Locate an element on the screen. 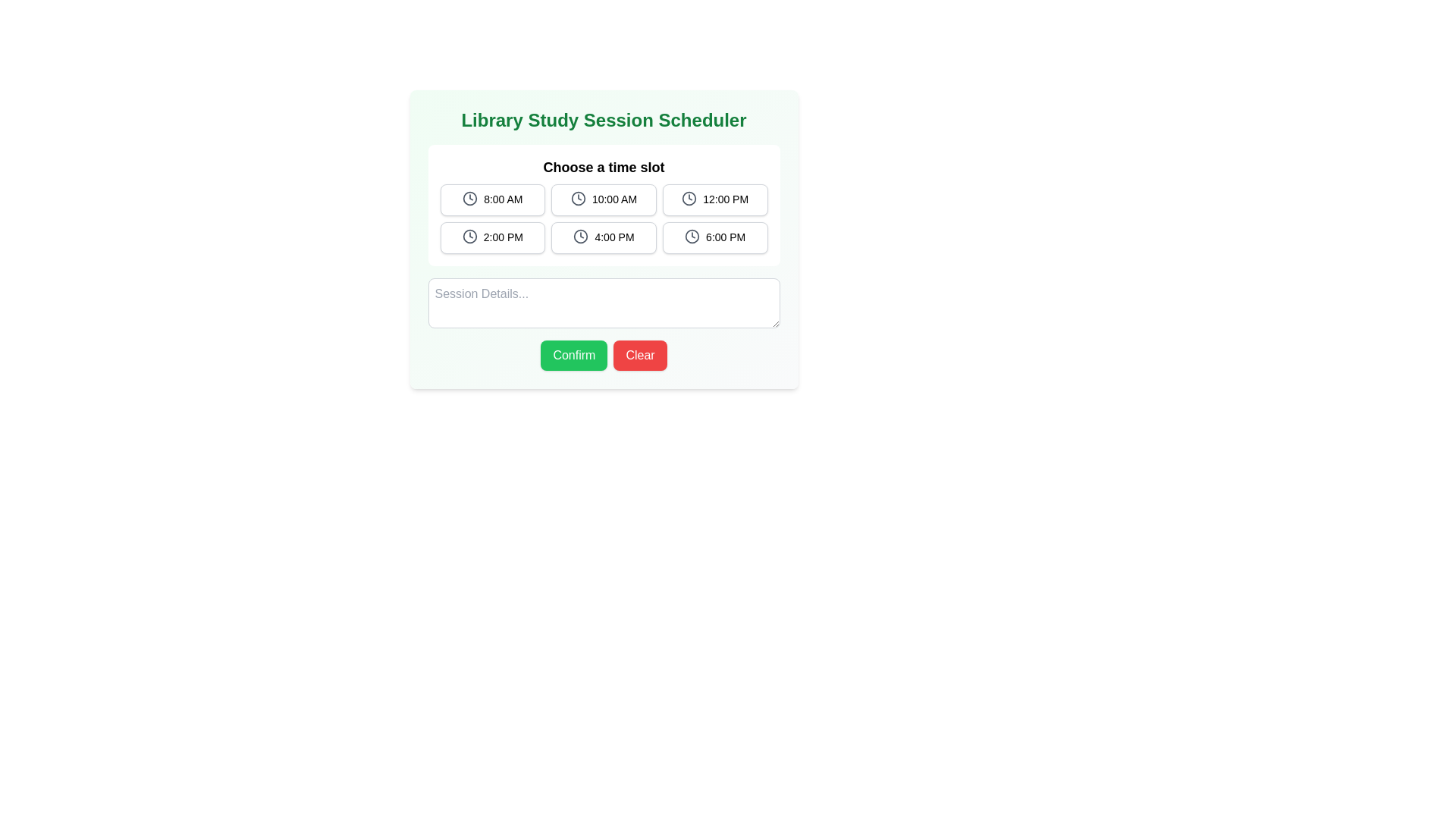 This screenshot has height=819, width=1456. the time slot button labeled '10:00 AM', which is a clickable rounded rectangle with a clock icon is located at coordinates (603, 199).